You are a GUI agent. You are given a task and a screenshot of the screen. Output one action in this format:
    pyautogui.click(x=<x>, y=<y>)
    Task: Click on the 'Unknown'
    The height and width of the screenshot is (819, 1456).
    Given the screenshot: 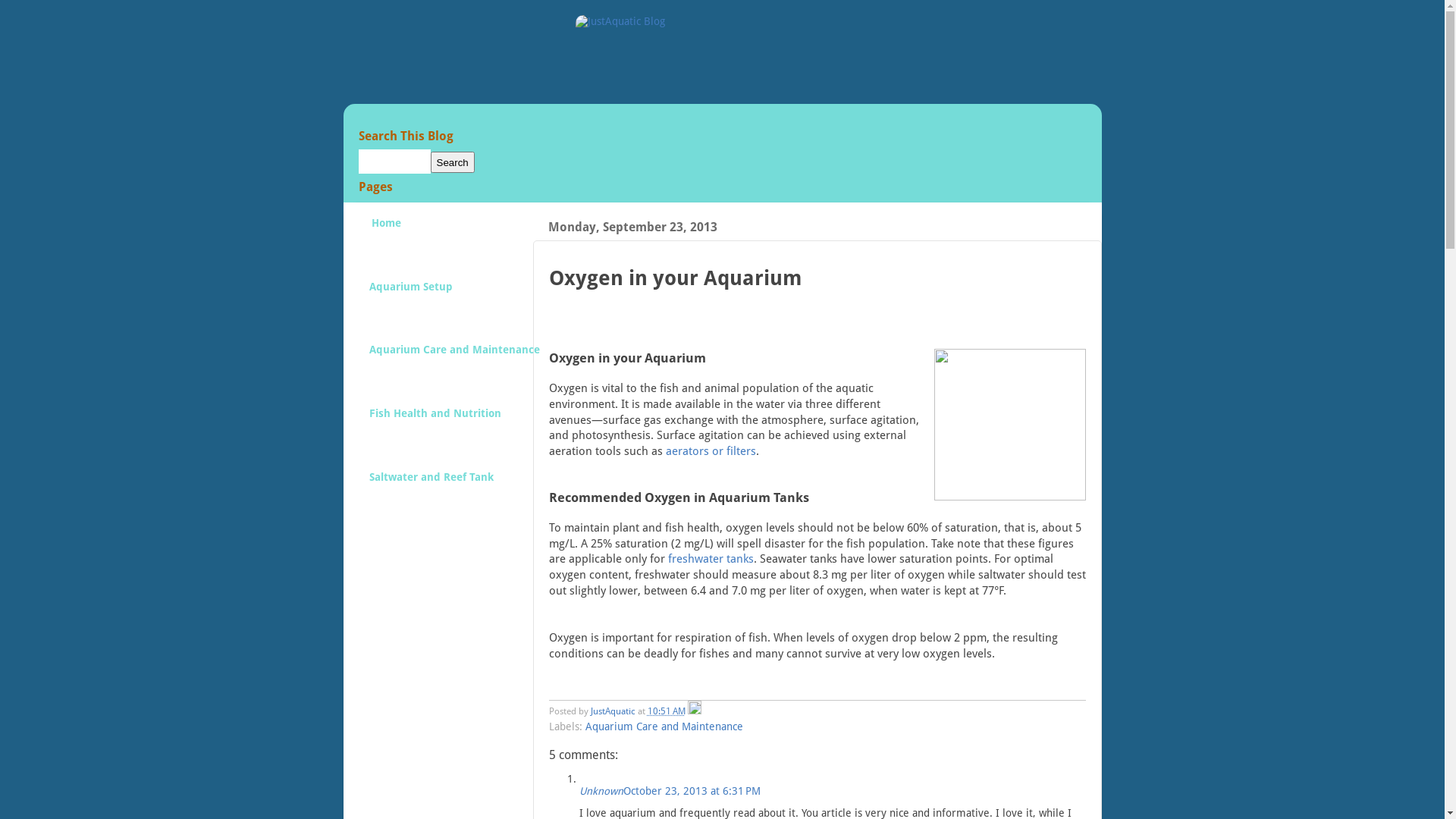 What is the action you would take?
    pyautogui.click(x=600, y=789)
    